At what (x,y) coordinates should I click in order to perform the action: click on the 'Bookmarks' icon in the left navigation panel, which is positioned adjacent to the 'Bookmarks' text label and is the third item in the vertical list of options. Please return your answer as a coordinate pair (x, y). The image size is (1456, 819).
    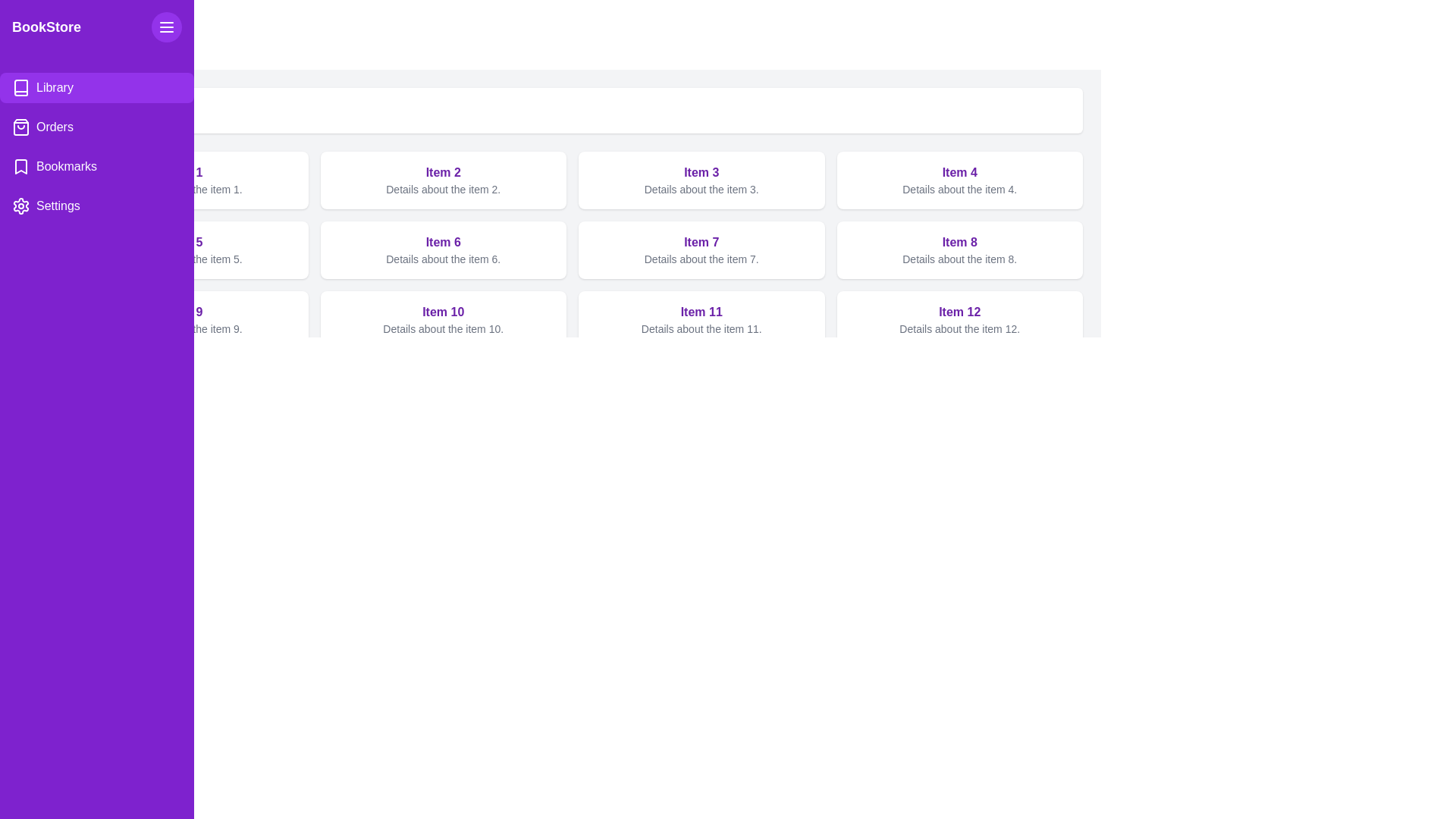
    Looking at the image, I should click on (21, 166).